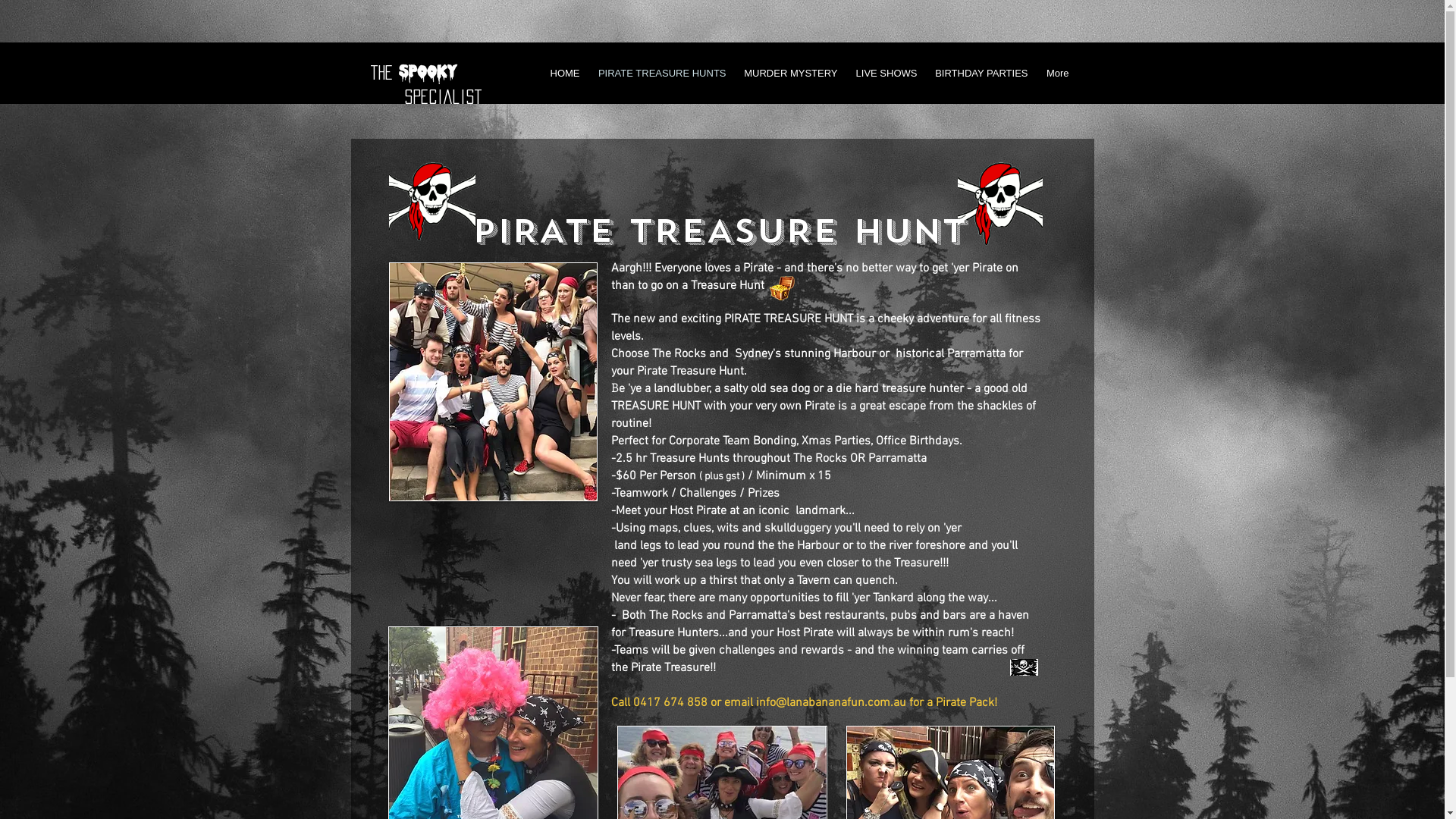 This screenshot has width=1456, height=819. What do you see at coordinates (563, 73) in the screenshot?
I see `'HOME'` at bounding box center [563, 73].